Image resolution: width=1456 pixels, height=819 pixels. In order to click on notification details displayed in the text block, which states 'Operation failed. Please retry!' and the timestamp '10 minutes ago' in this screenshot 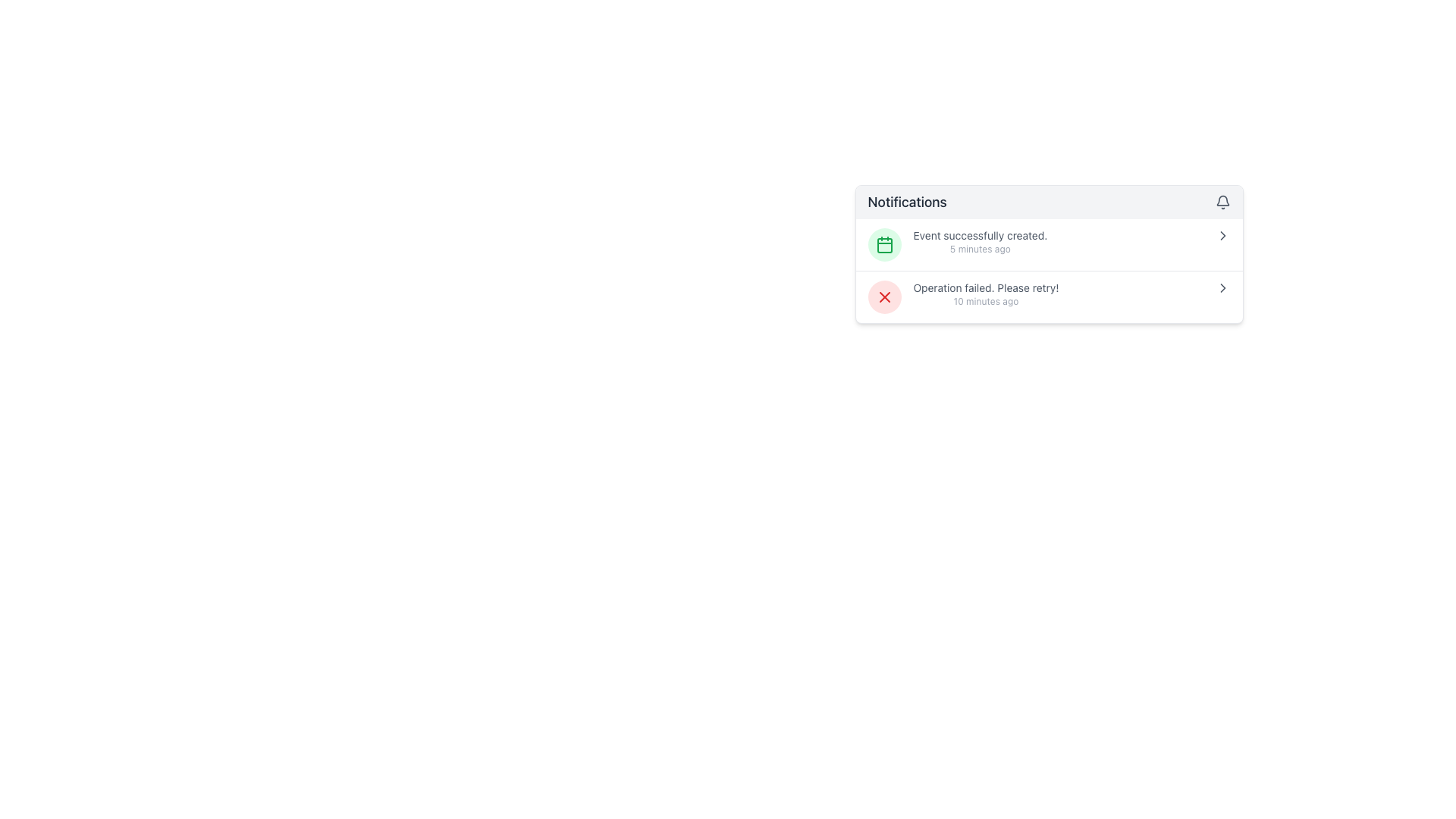, I will do `click(986, 294)`.